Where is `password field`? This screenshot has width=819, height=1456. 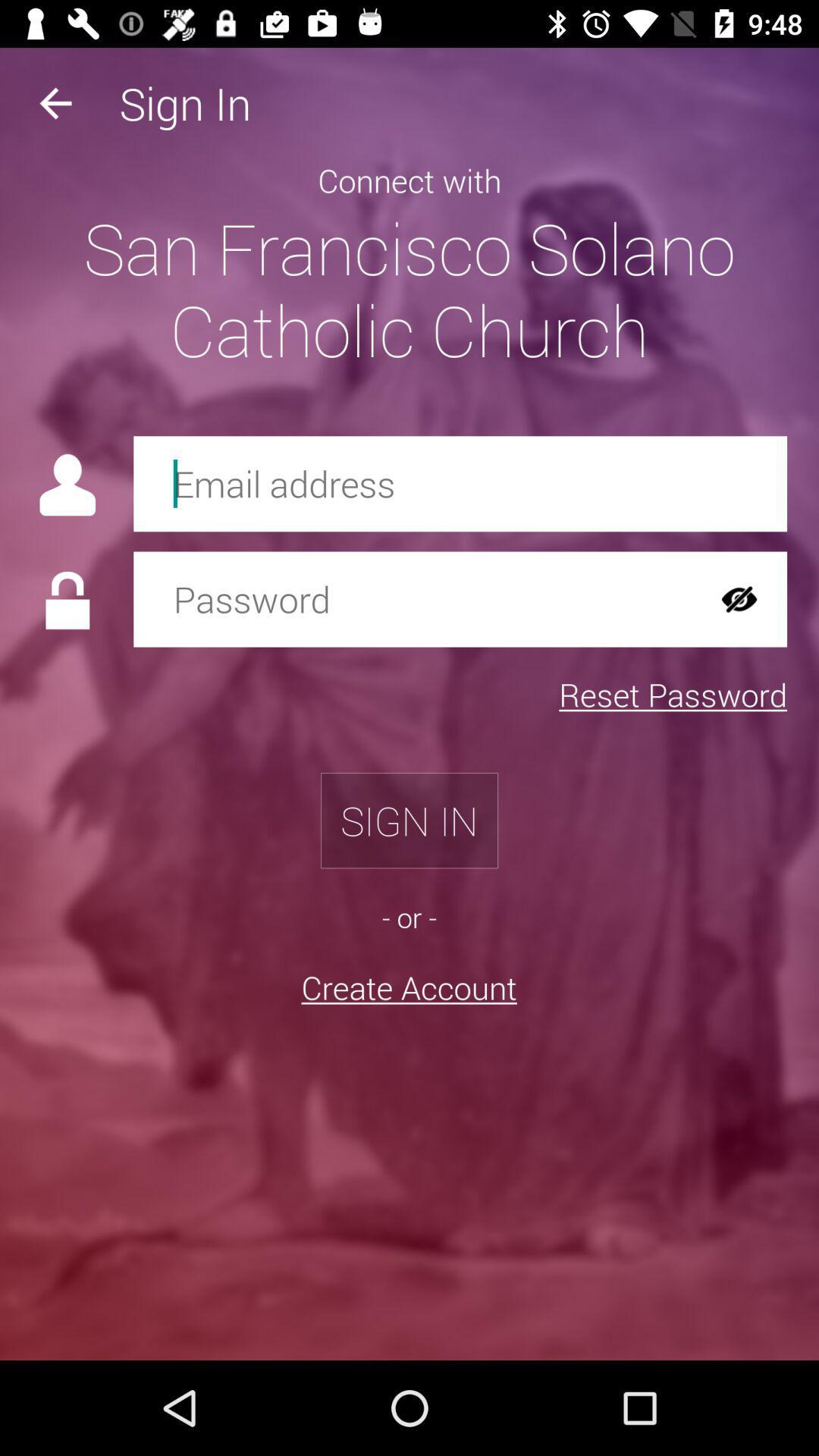 password field is located at coordinates (413, 598).